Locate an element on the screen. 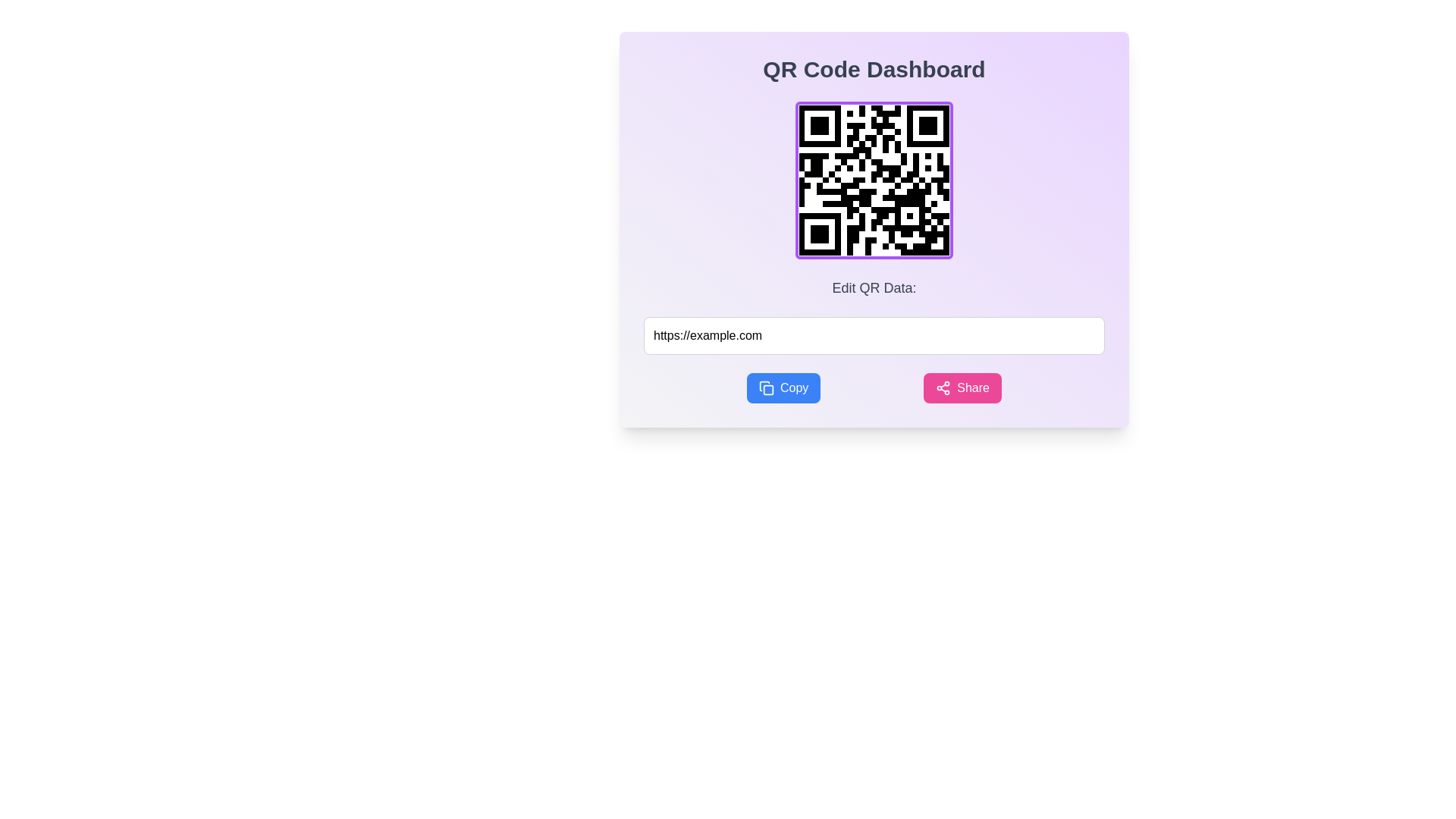 The width and height of the screenshot is (1456, 819). the leftmost button in the button group below the text input field to copy content is located at coordinates (783, 388).